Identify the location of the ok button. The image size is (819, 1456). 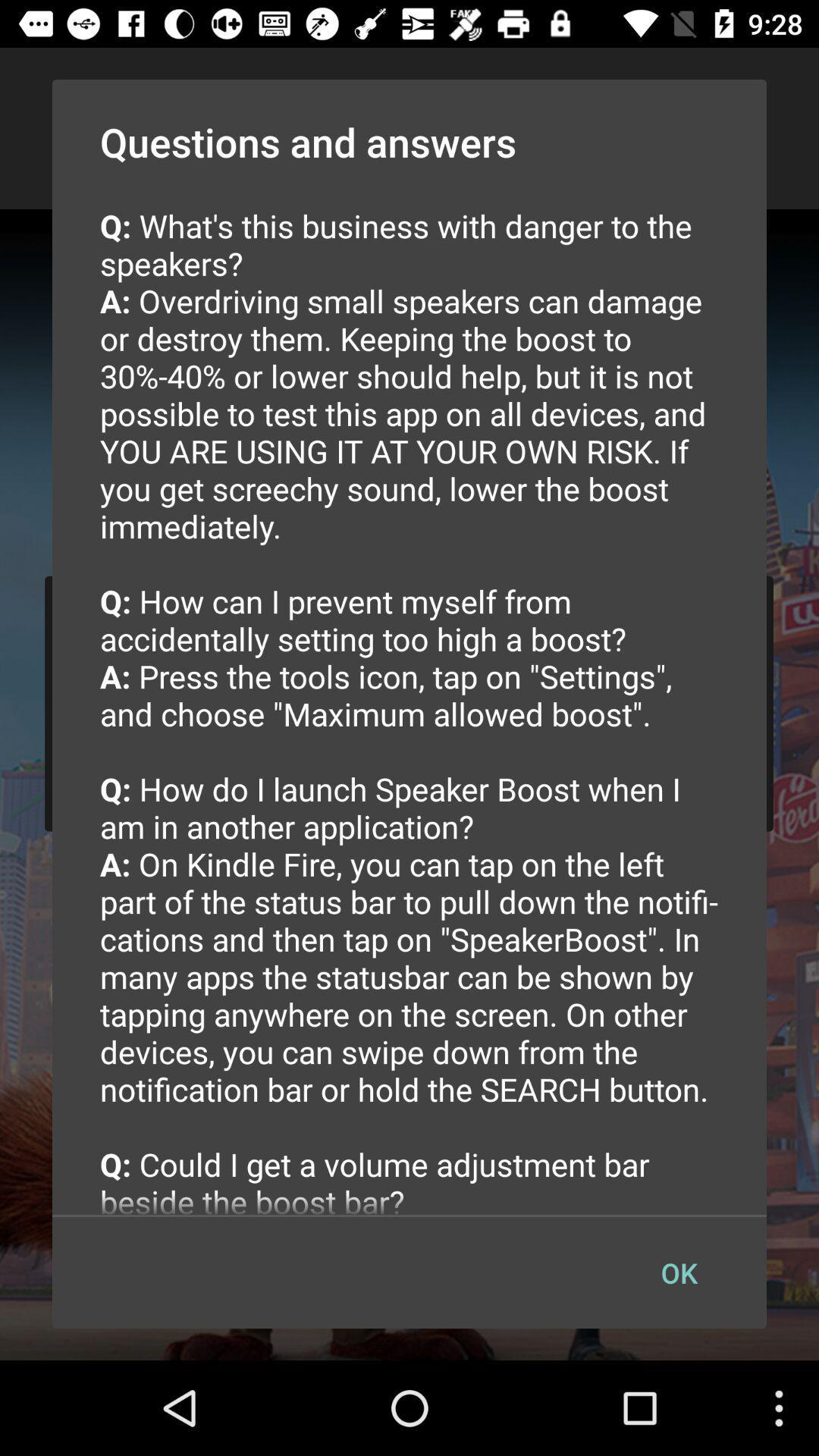
(678, 1272).